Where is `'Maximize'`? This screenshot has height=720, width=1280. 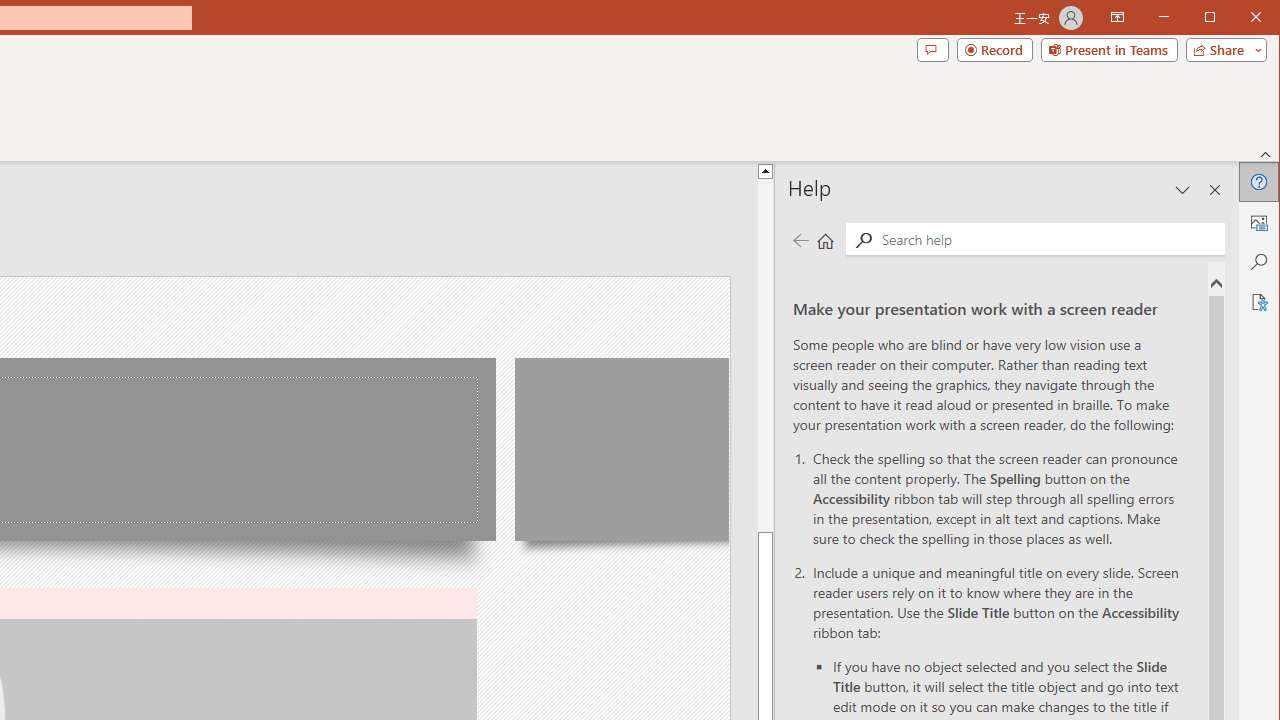 'Maximize' is located at coordinates (1238, 19).